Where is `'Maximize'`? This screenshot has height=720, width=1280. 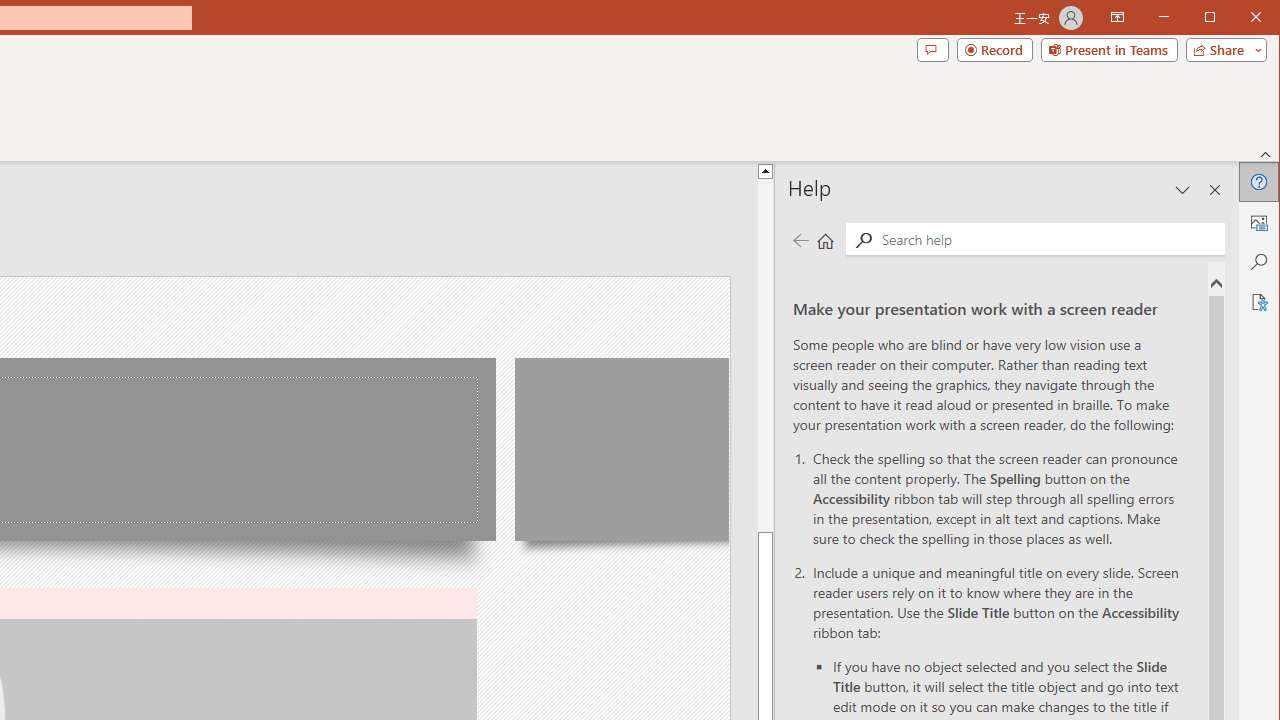 'Maximize' is located at coordinates (1238, 19).